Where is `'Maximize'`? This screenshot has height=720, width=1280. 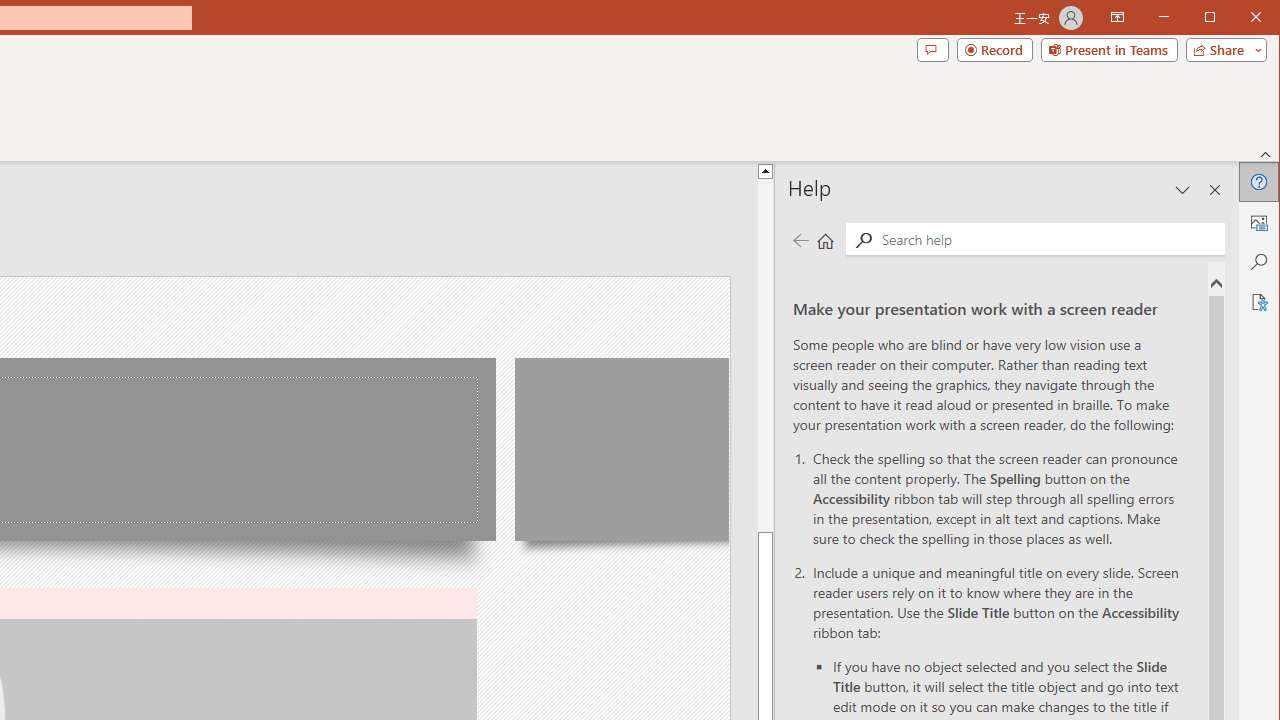 'Maximize' is located at coordinates (1238, 19).